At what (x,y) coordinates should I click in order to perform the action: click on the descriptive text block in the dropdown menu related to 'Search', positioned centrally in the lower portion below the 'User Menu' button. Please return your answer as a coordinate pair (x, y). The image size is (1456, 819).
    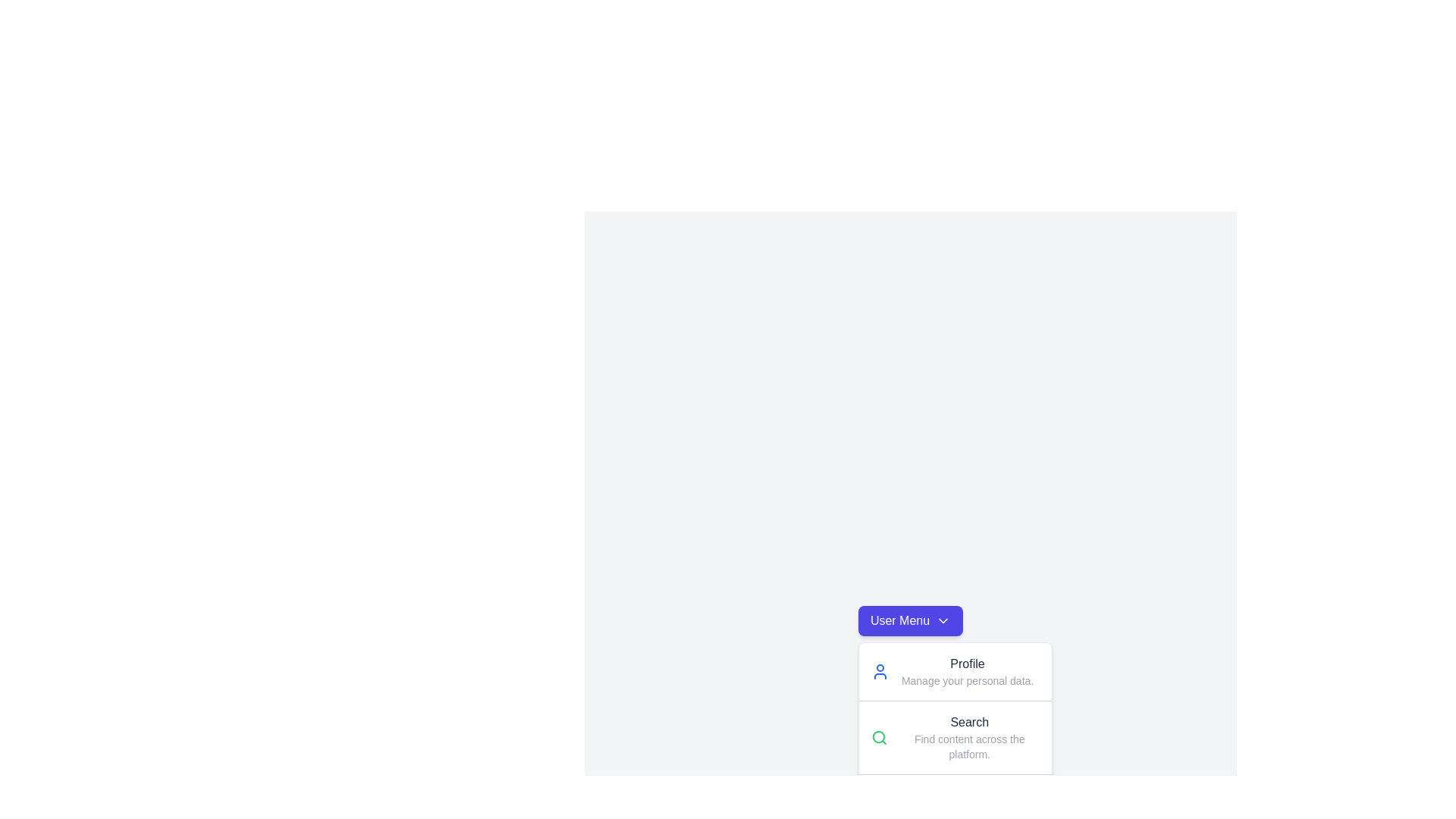
    Looking at the image, I should click on (968, 736).